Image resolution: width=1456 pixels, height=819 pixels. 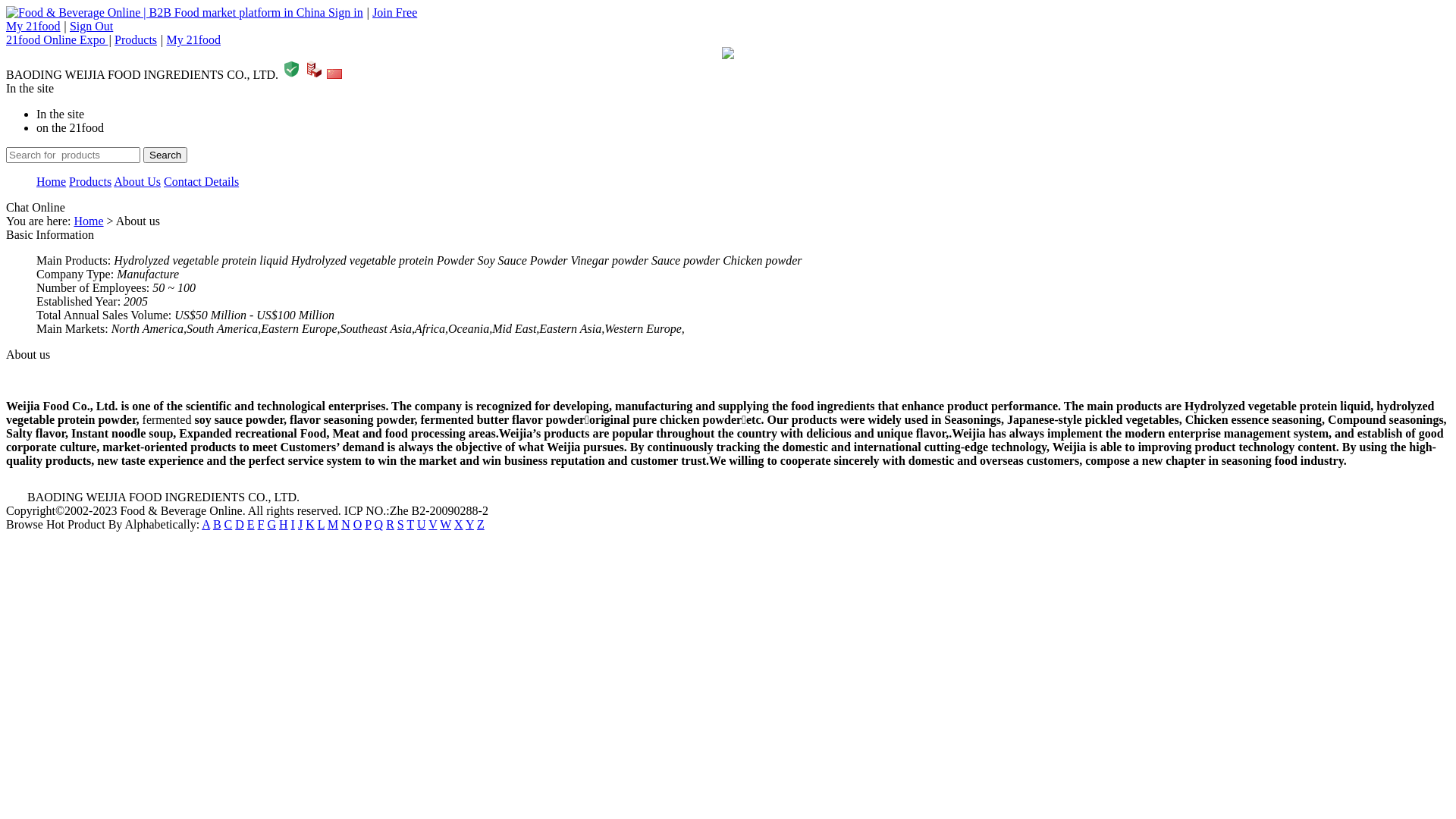 What do you see at coordinates (57, 39) in the screenshot?
I see `'21food Online Expo'` at bounding box center [57, 39].